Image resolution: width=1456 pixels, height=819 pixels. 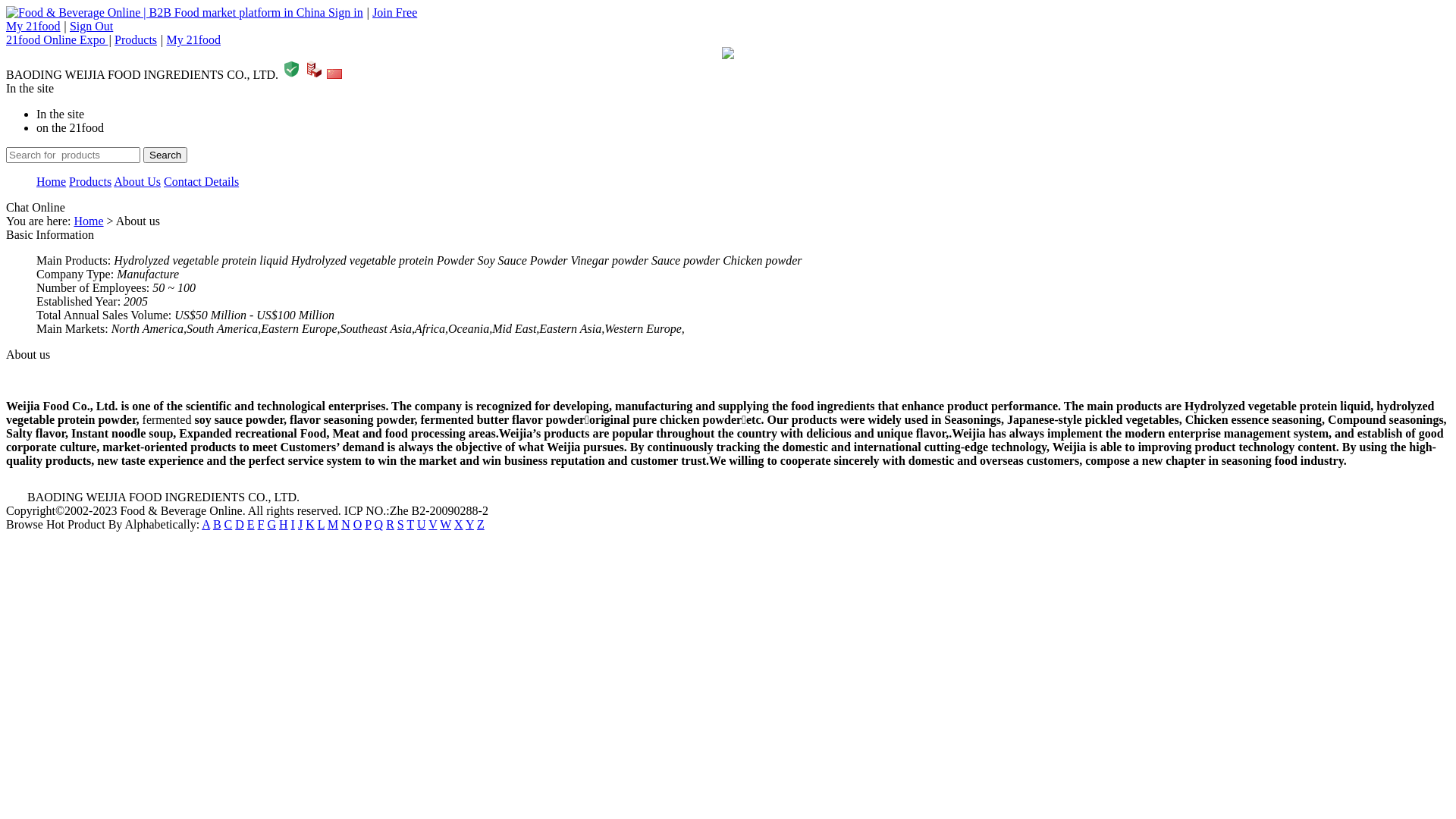 What do you see at coordinates (57, 39) in the screenshot?
I see `'21food Online Expo'` at bounding box center [57, 39].